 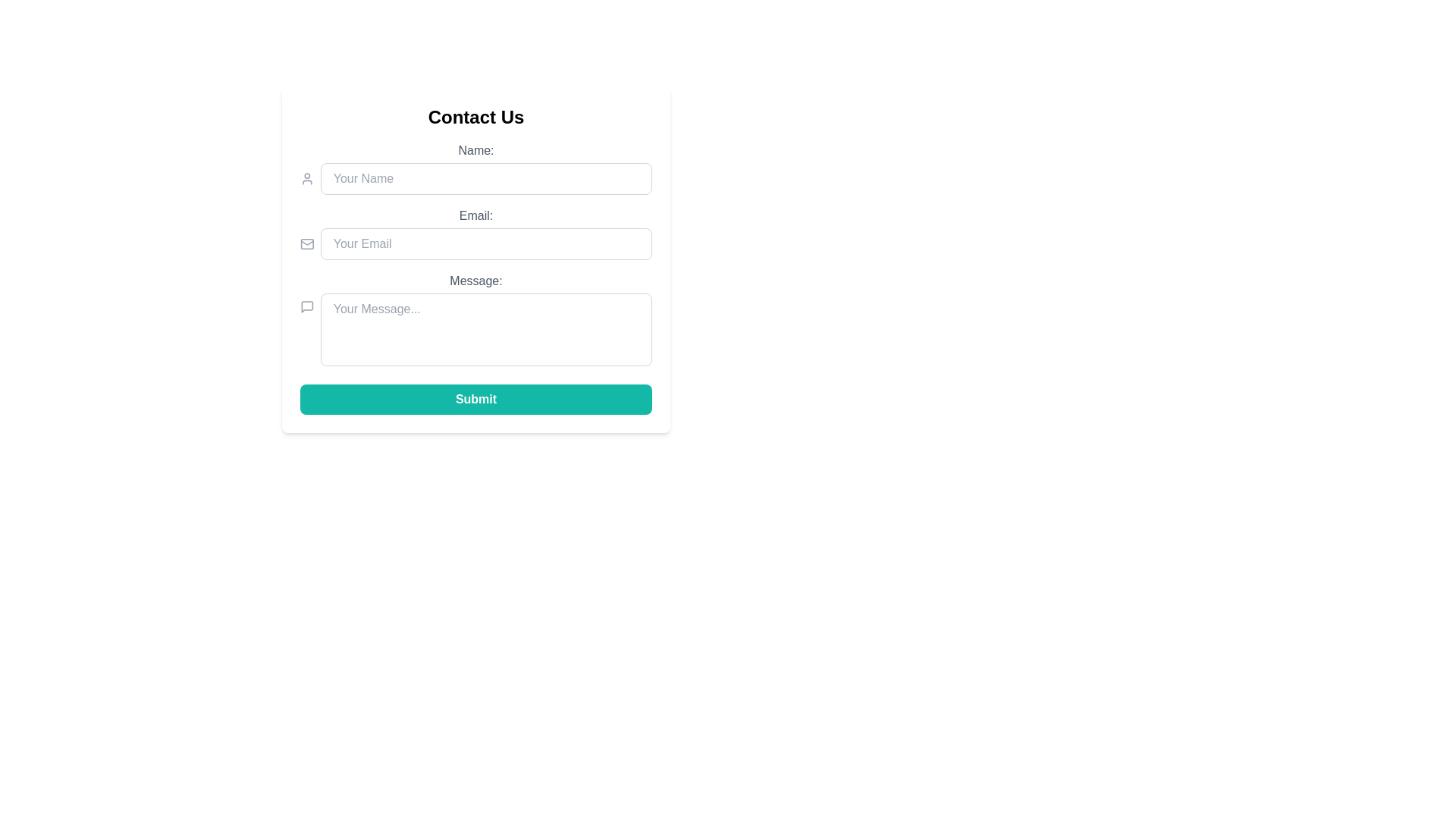 What do you see at coordinates (306, 243) in the screenshot?
I see `the email input field associated with the envelope icon` at bounding box center [306, 243].